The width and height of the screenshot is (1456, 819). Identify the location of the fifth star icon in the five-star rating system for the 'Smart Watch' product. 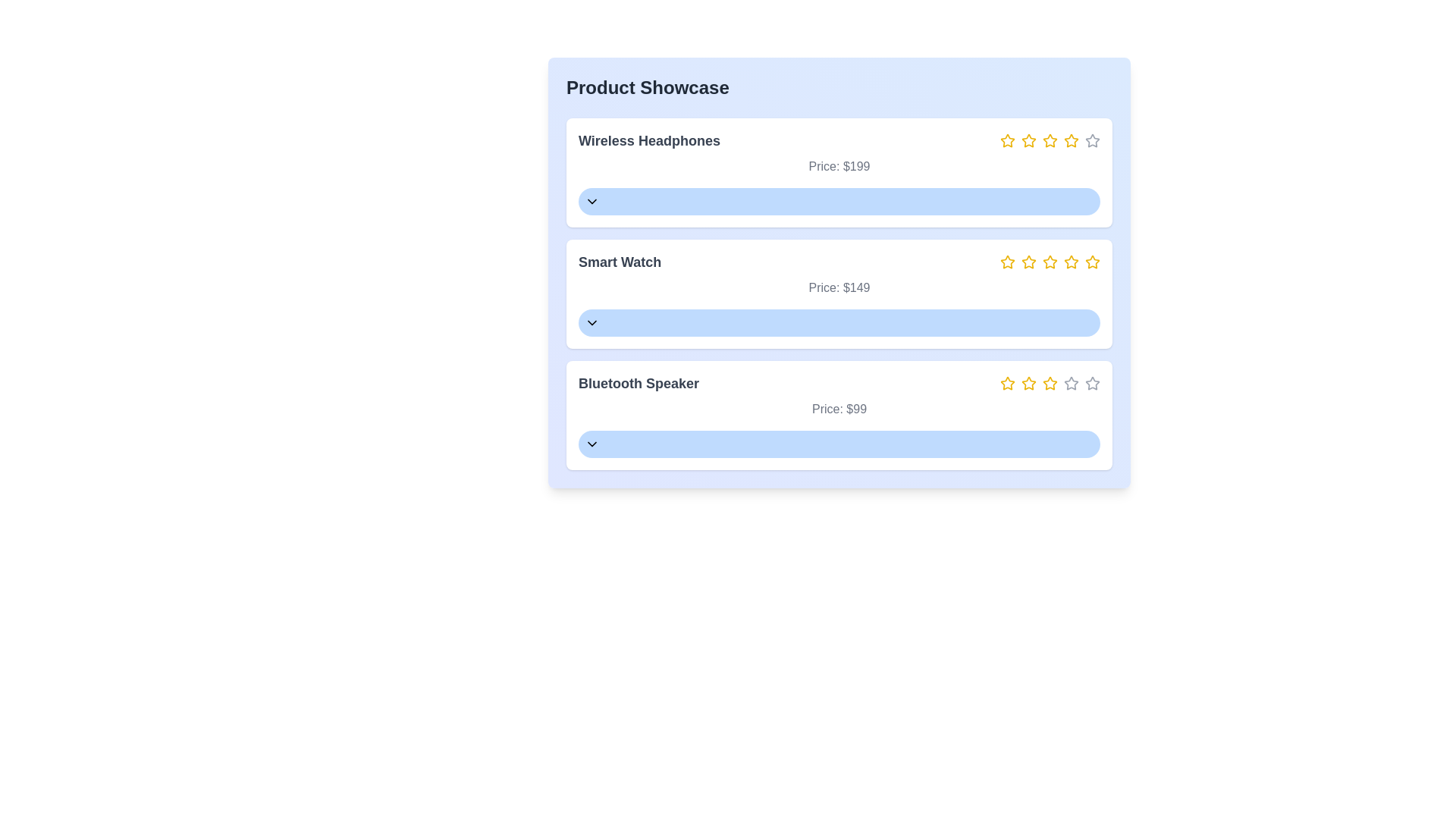
(1070, 262).